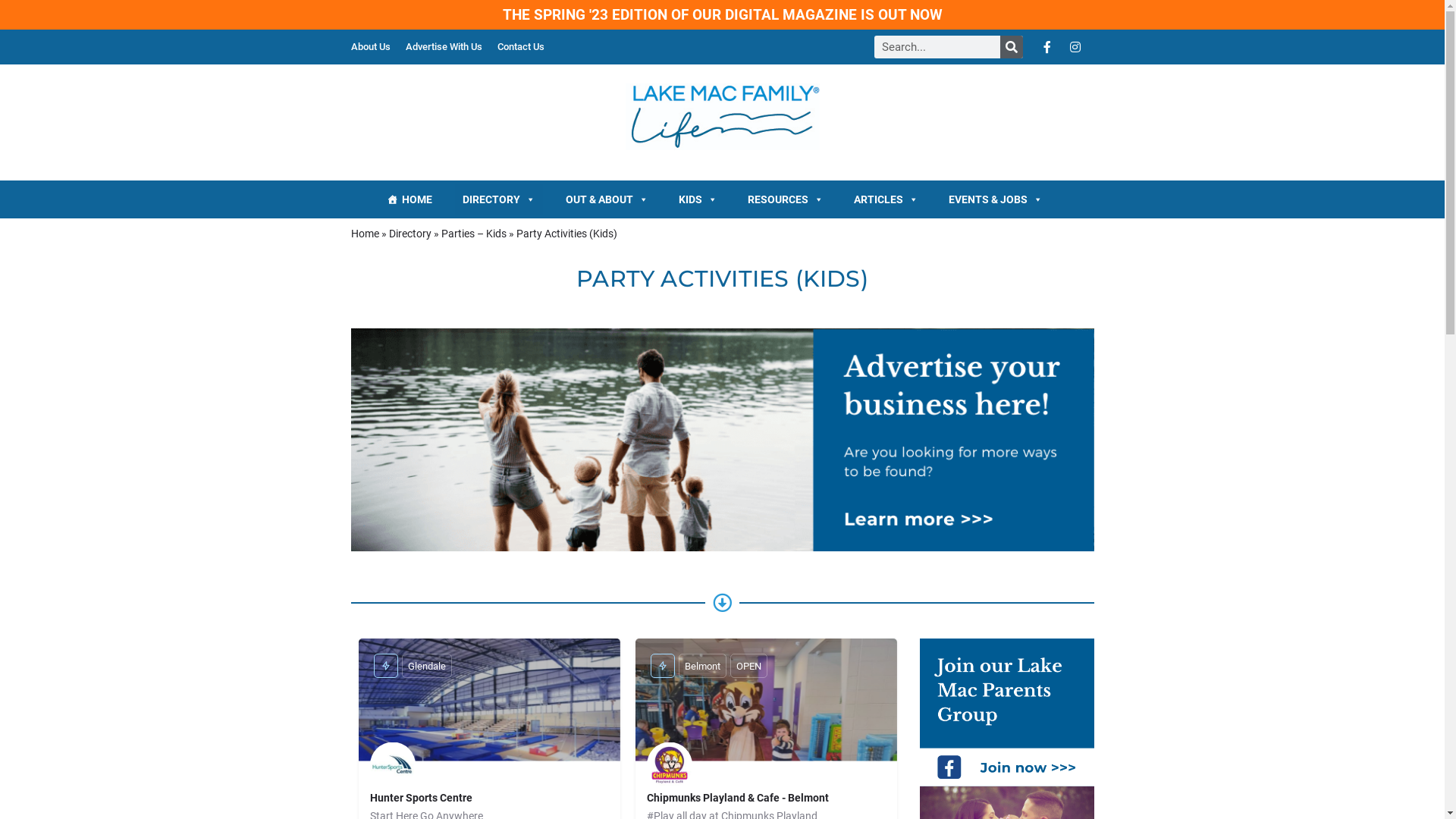 Image resolution: width=1456 pixels, height=819 pixels. What do you see at coordinates (786, 198) in the screenshot?
I see `'RESOURCES'` at bounding box center [786, 198].